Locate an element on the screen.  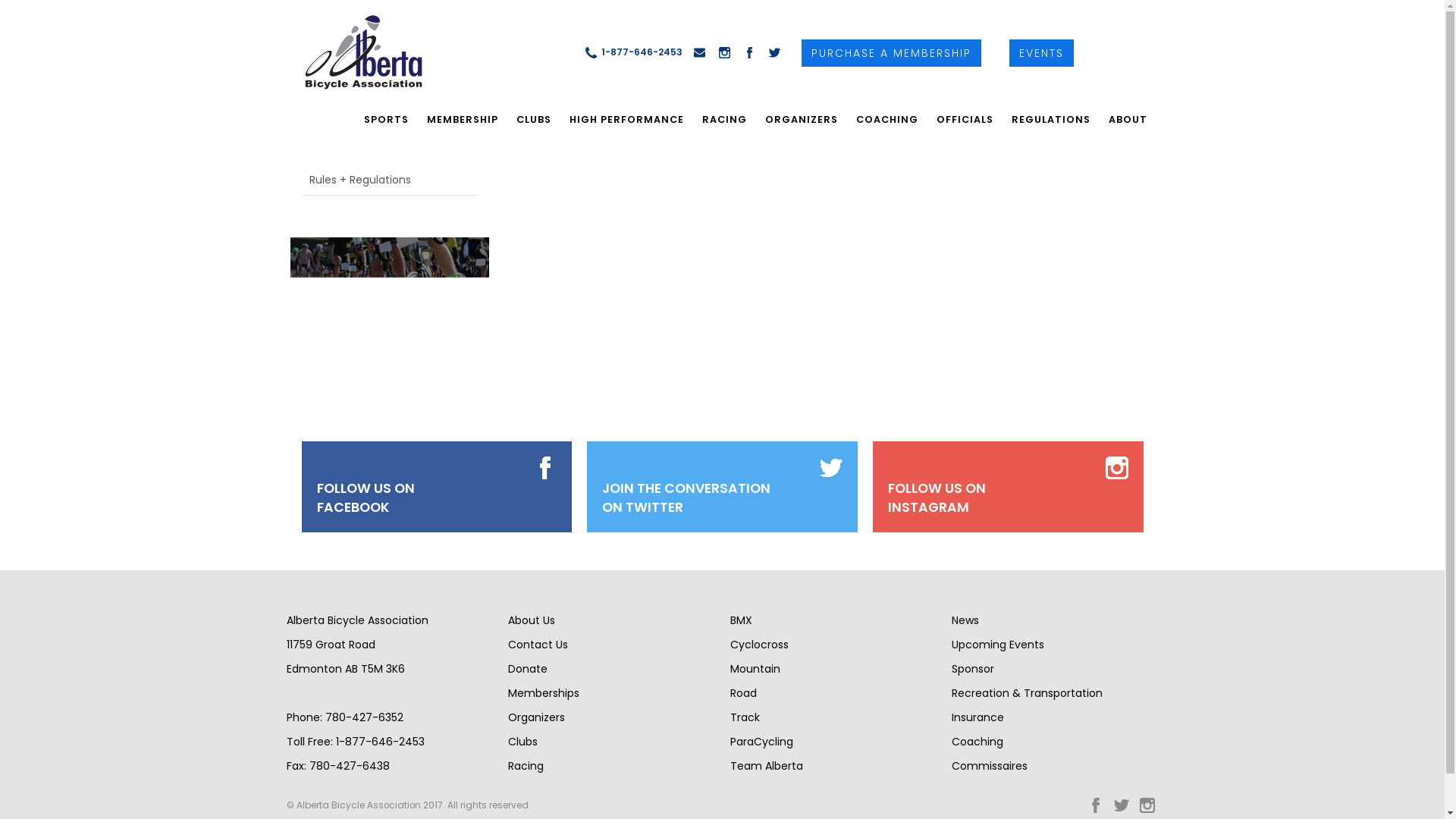
'FOLLOW US ON is located at coordinates (366, 497).